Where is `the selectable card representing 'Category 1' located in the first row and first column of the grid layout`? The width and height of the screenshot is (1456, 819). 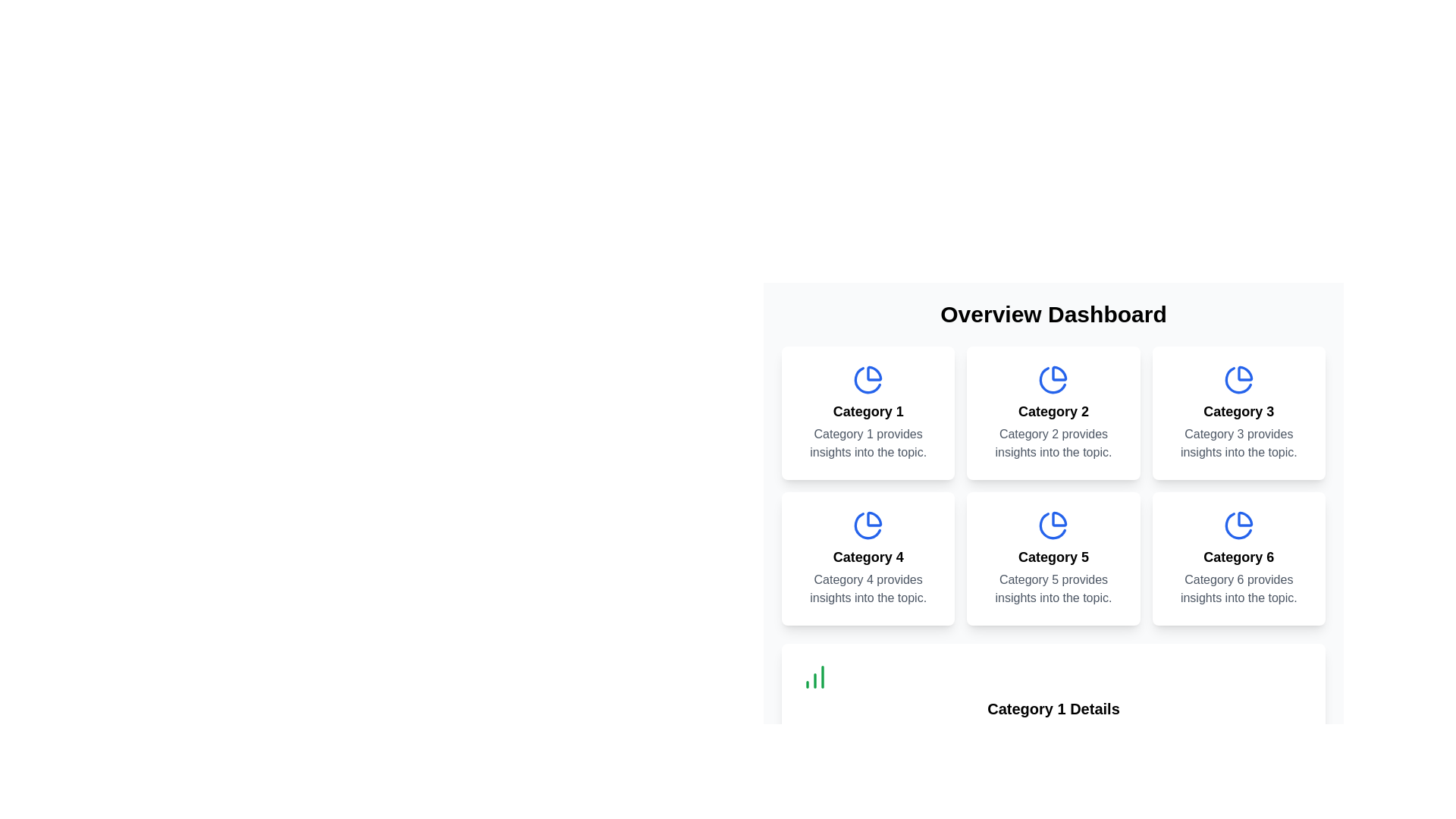 the selectable card representing 'Category 1' located in the first row and first column of the grid layout is located at coordinates (868, 413).